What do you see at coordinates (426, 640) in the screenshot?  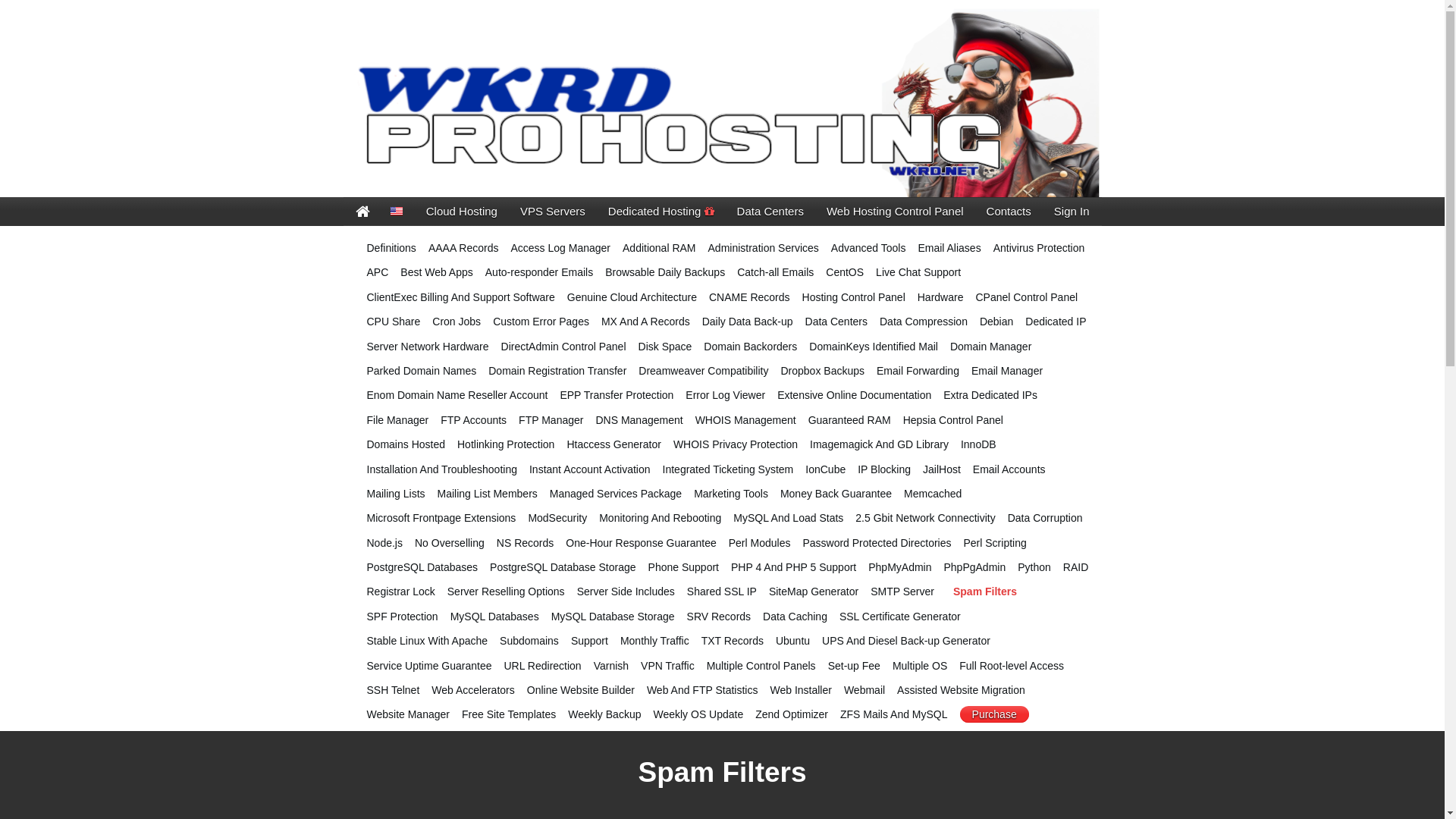 I see `'Stable Linux With Apache'` at bounding box center [426, 640].